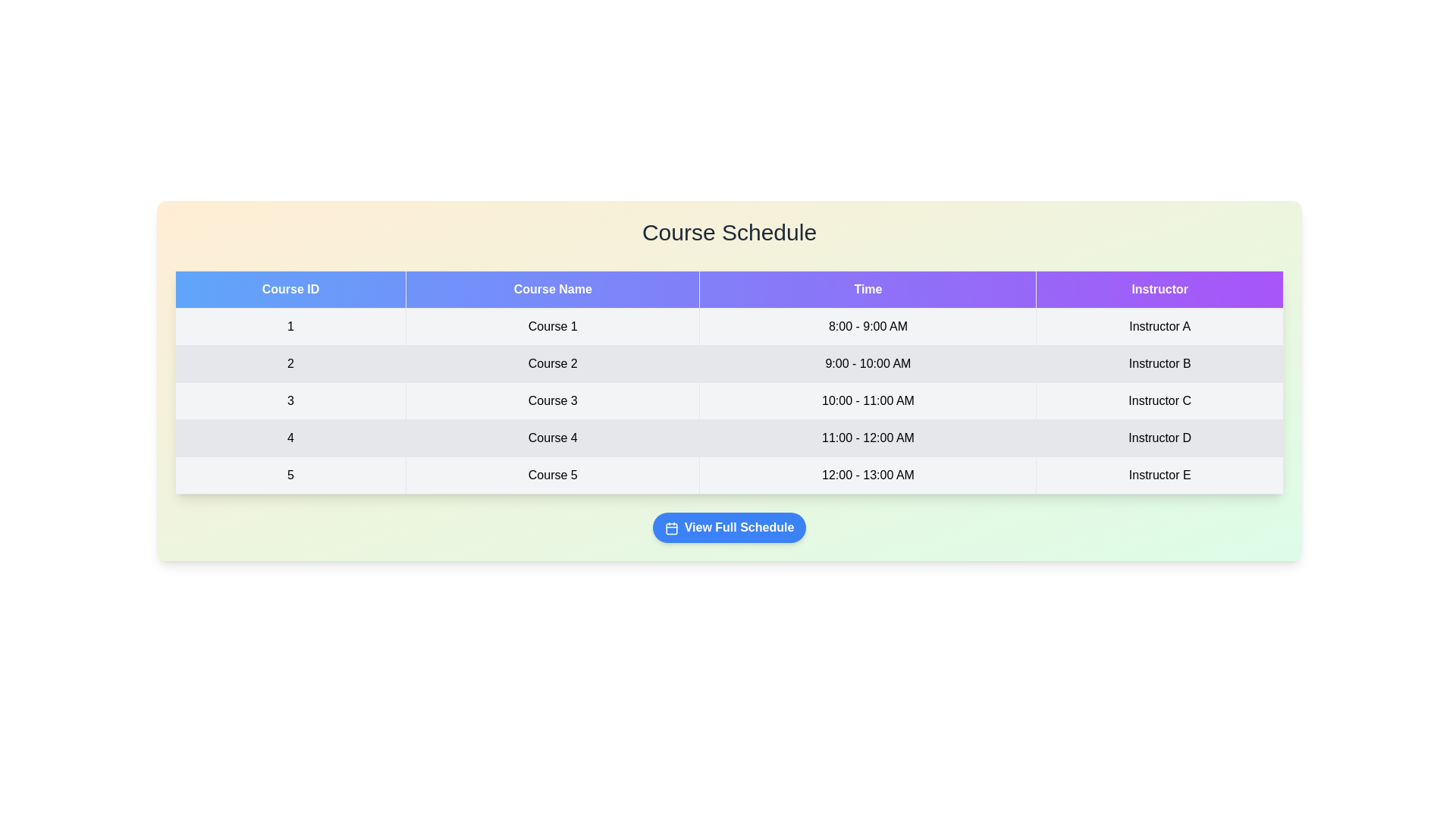 This screenshot has width=1456, height=819. I want to click on the row corresponding to 1, so click(729, 326).